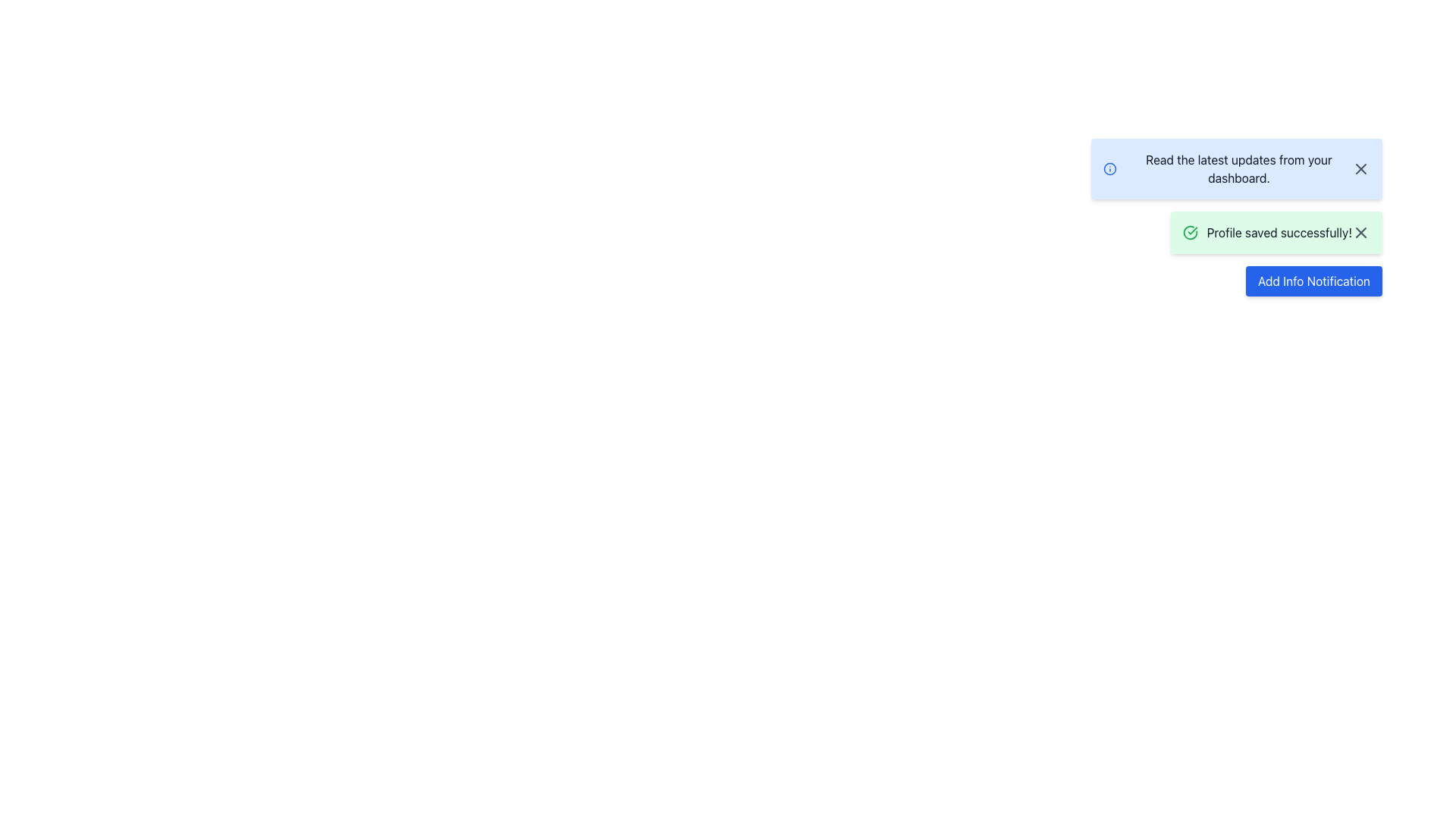 Image resolution: width=1456 pixels, height=819 pixels. Describe the element at coordinates (1361, 233) in the screenshot. I see `the Close Button located in the upper-right corner of the green notification box that states 'Profile saved successfully!'` at that location.